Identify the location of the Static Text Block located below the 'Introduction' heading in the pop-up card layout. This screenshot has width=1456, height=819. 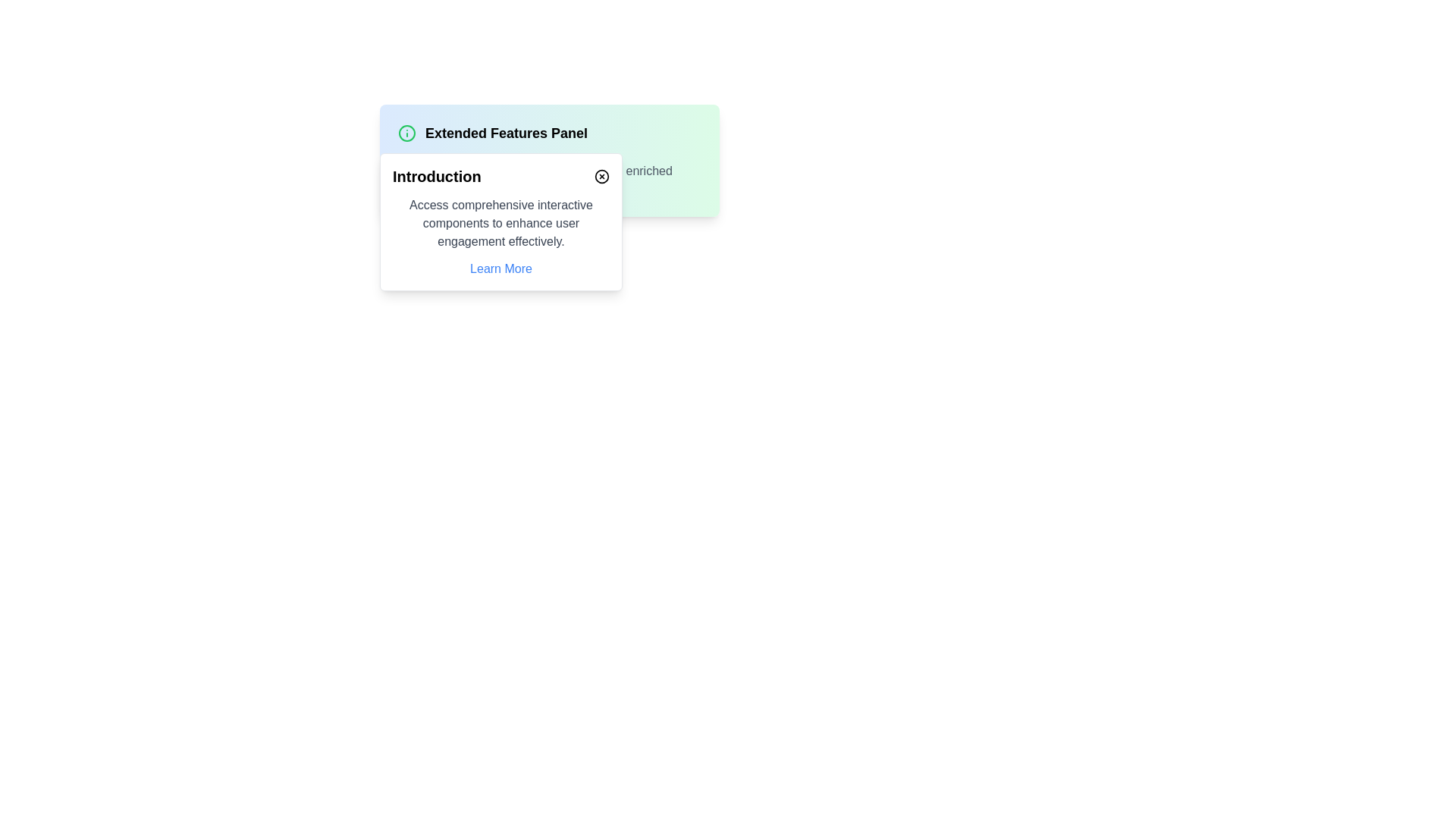
(501, 223).